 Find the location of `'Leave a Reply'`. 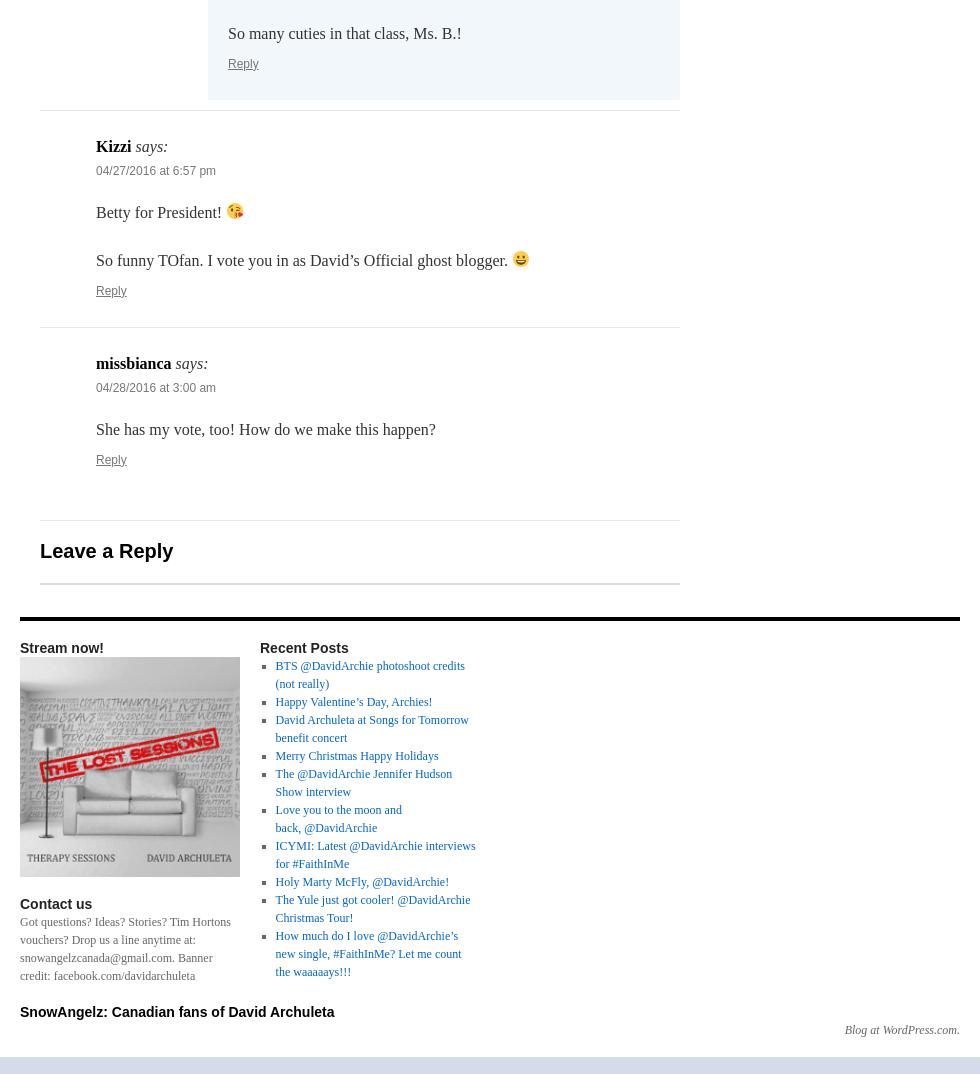

'Leave a Reply' is located at coordinates (106, 548).